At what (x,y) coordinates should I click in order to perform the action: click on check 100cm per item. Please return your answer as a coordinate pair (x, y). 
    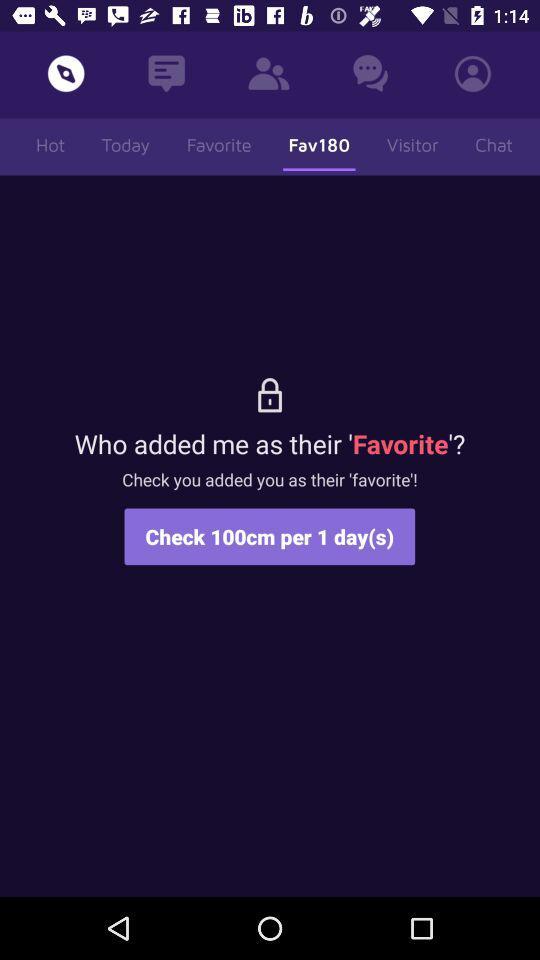
    Looking at the image, I should click on (269, 535).